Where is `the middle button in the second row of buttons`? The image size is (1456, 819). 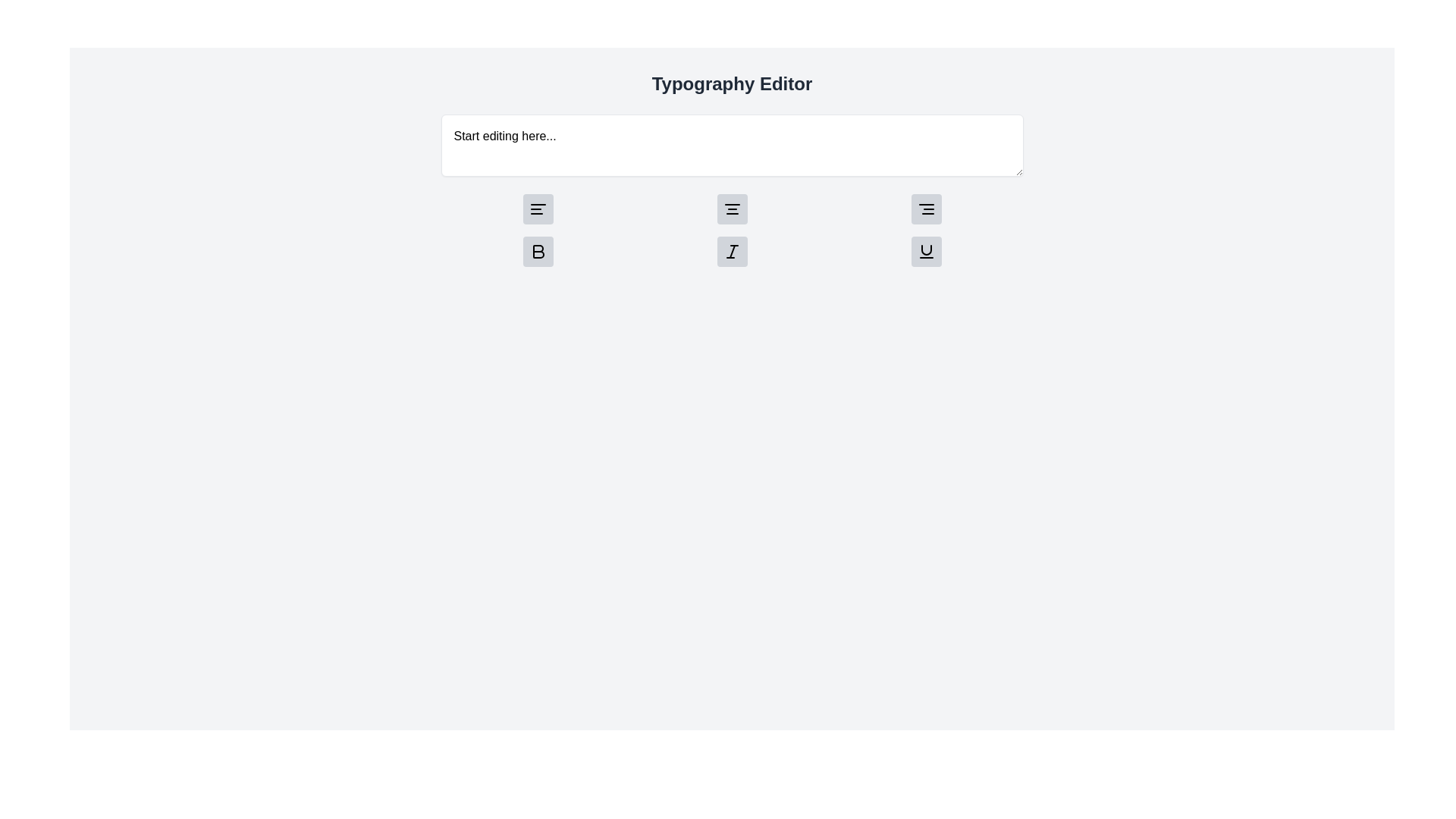 the middle button in the second row of buttons is located at coordinates (732, 250).